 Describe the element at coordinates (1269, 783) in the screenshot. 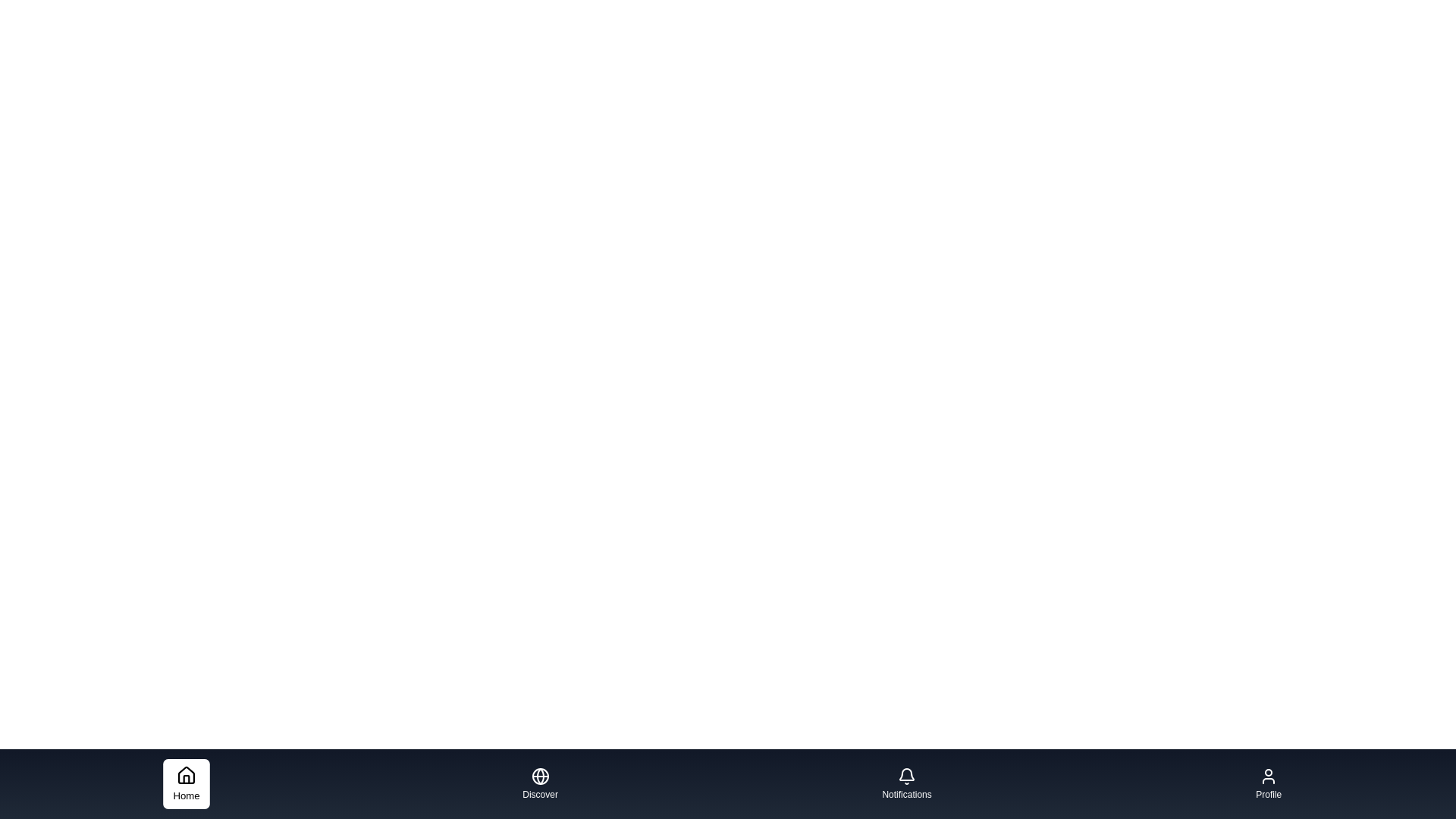

I see `the Profile navigation tab to activate it` at that location.